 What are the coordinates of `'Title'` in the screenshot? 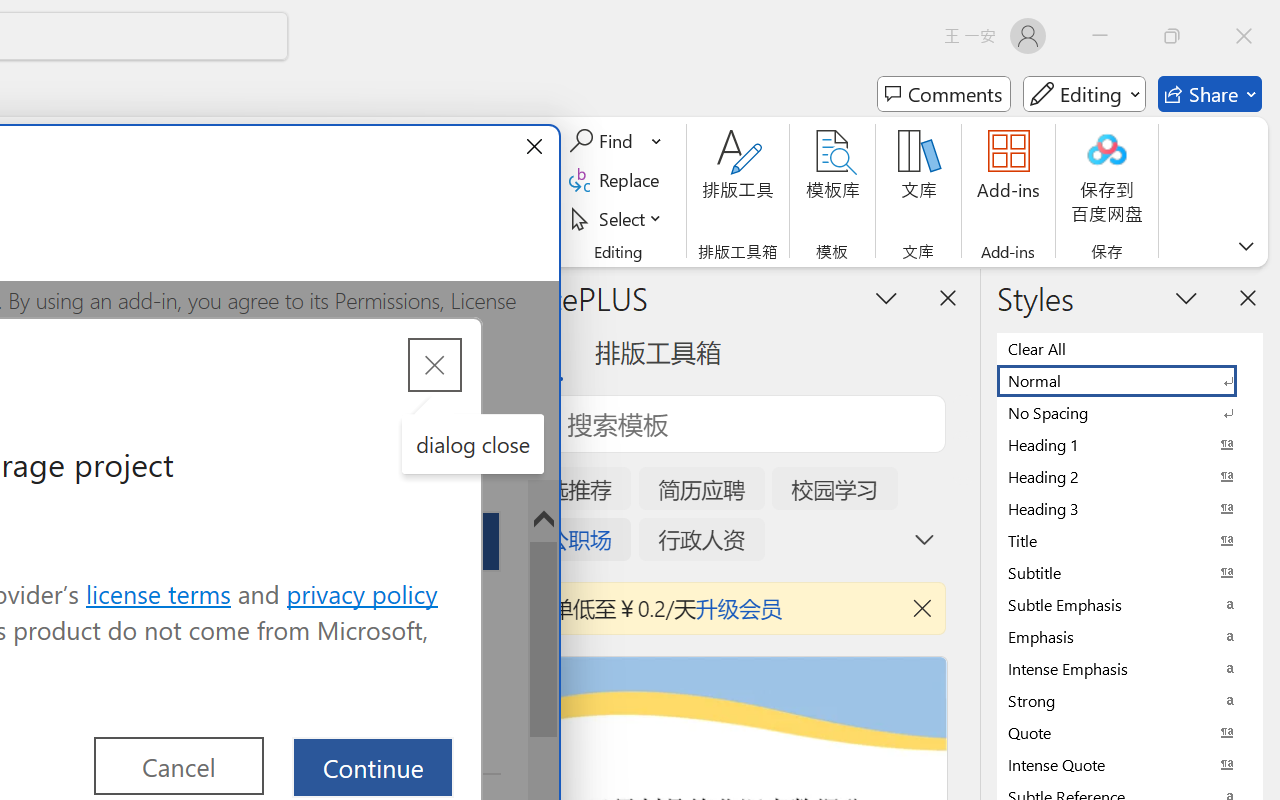 It's located at (1130, 540).